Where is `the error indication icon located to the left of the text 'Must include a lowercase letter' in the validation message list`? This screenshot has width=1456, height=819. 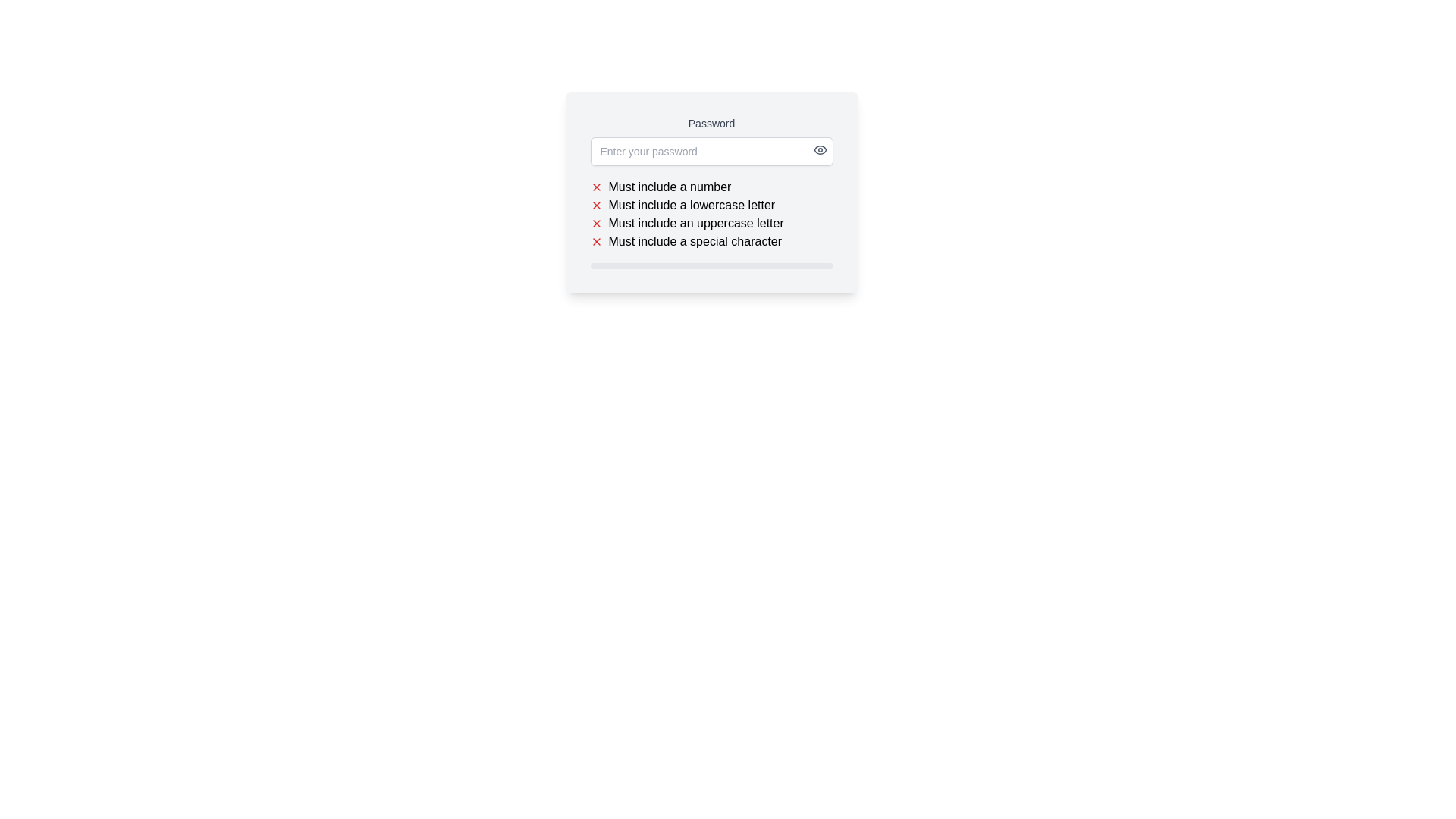 the error indication icon located to the left of the text 'Must include a lowercase letter' in the validation message list is located at coordinates (595, 205).